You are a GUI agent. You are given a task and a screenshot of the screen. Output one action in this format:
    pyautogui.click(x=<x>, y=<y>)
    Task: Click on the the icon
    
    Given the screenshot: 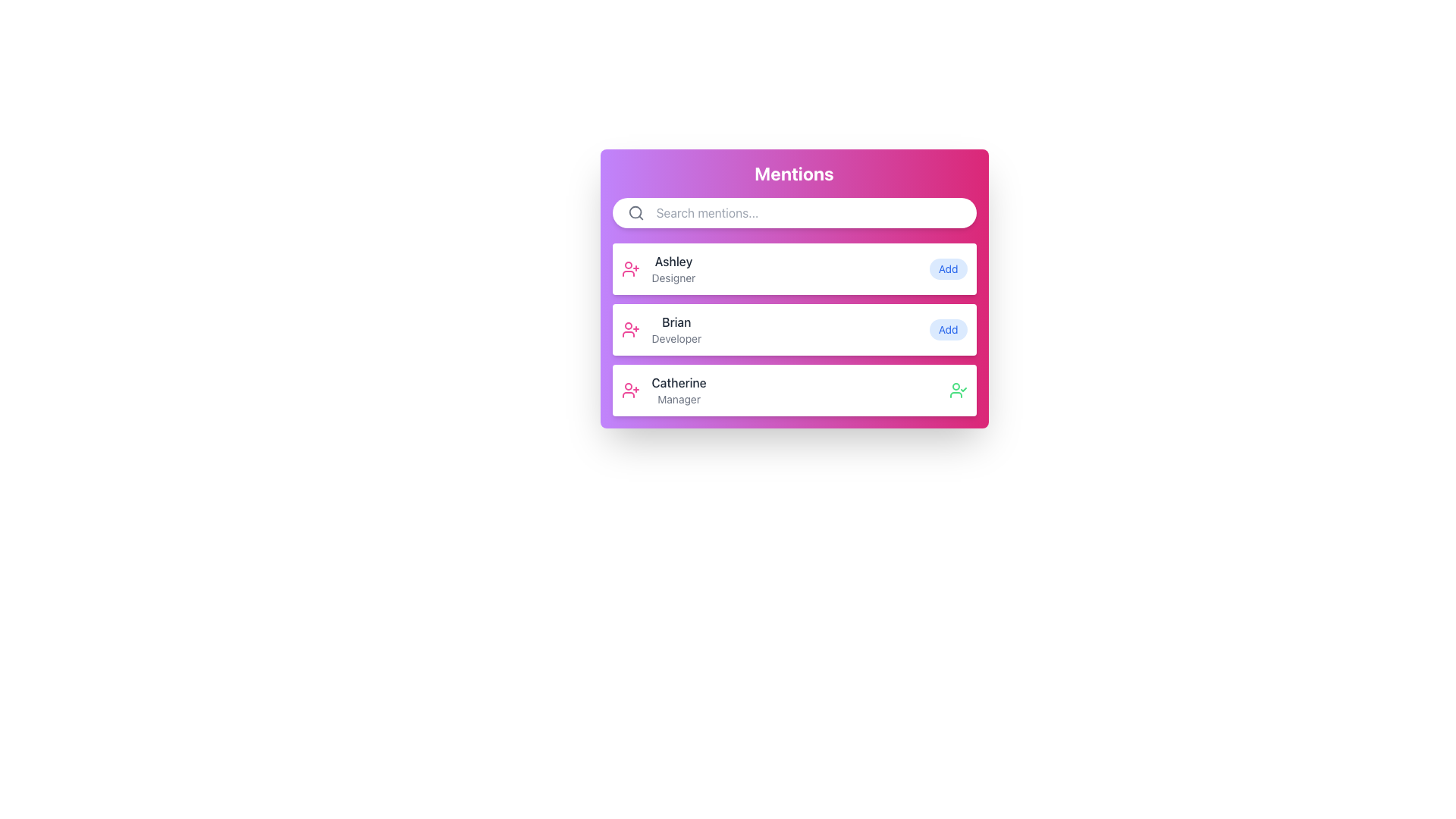 What is the action you would take?
    pyautogui.click(x=630, y=390)
    